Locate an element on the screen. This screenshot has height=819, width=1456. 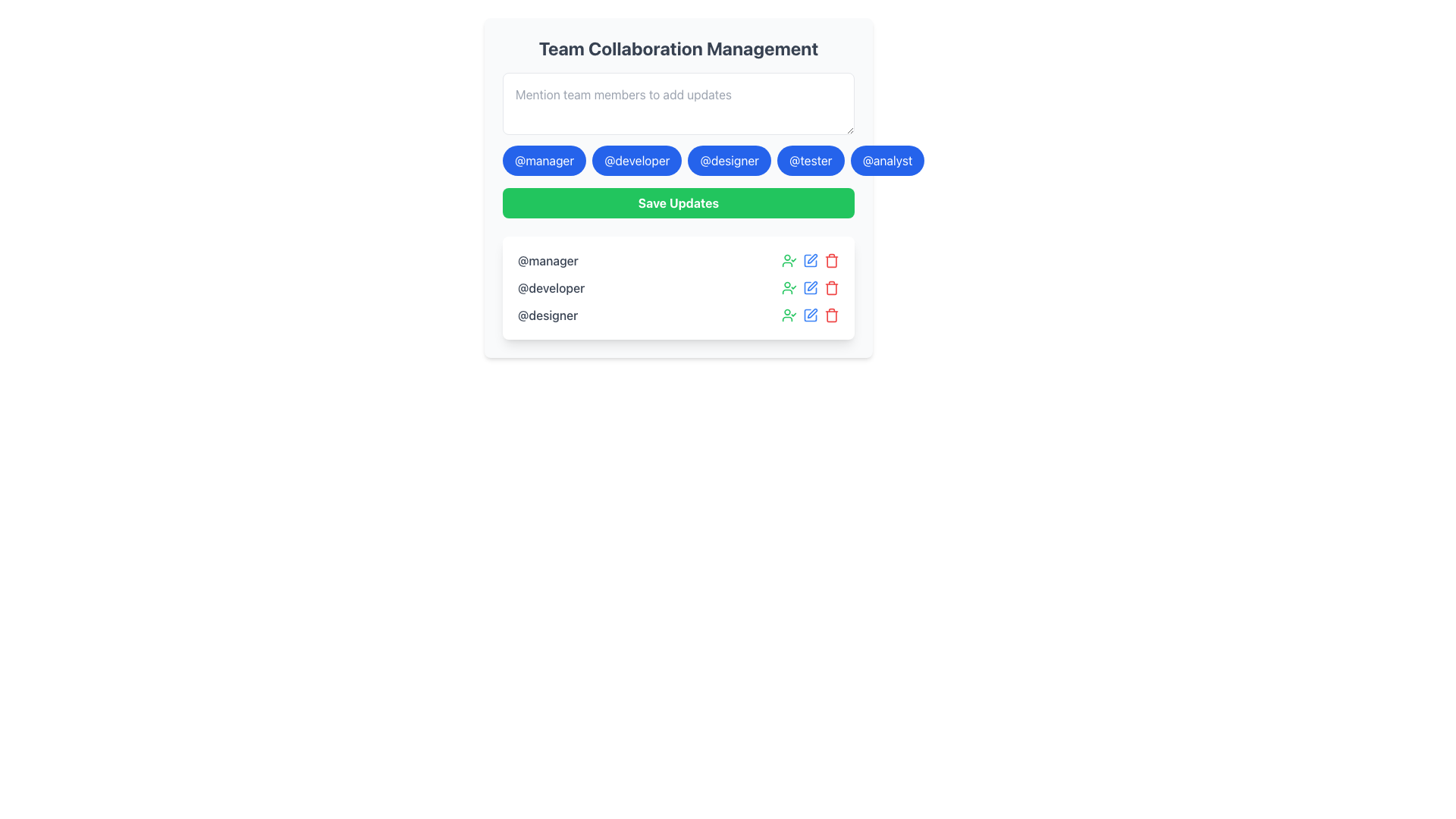
the small blue edit icon (pencil) located between the green user icon and the red delete icon in the third user entry list is located at coordinates (810, 315).